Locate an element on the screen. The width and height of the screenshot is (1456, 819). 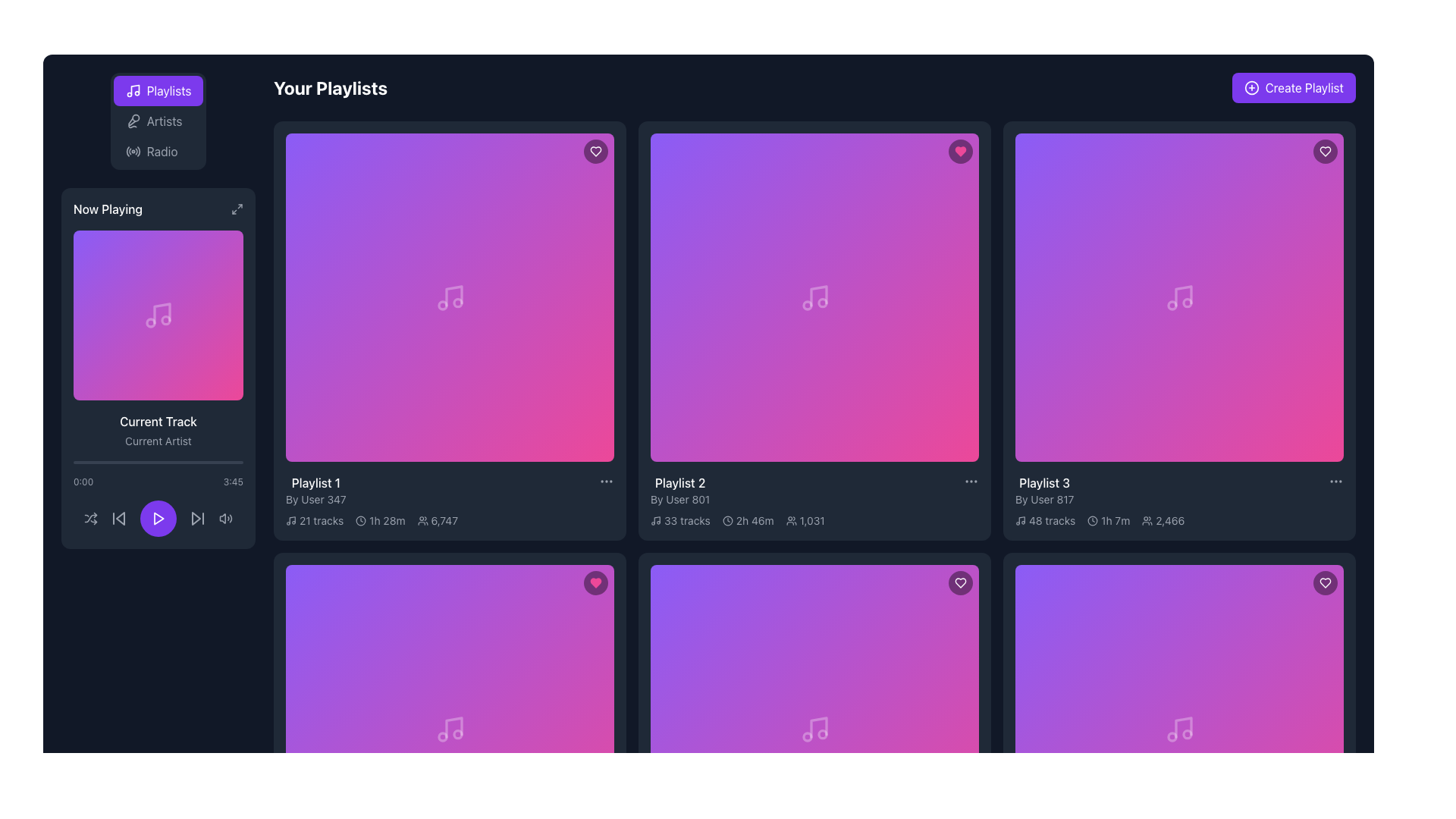
the static text displaying the number '2,466' located in the third playlist card ('Playlist 3'), which is aligned horizontally with a group of people icon is located at coordinates (1169, 519).